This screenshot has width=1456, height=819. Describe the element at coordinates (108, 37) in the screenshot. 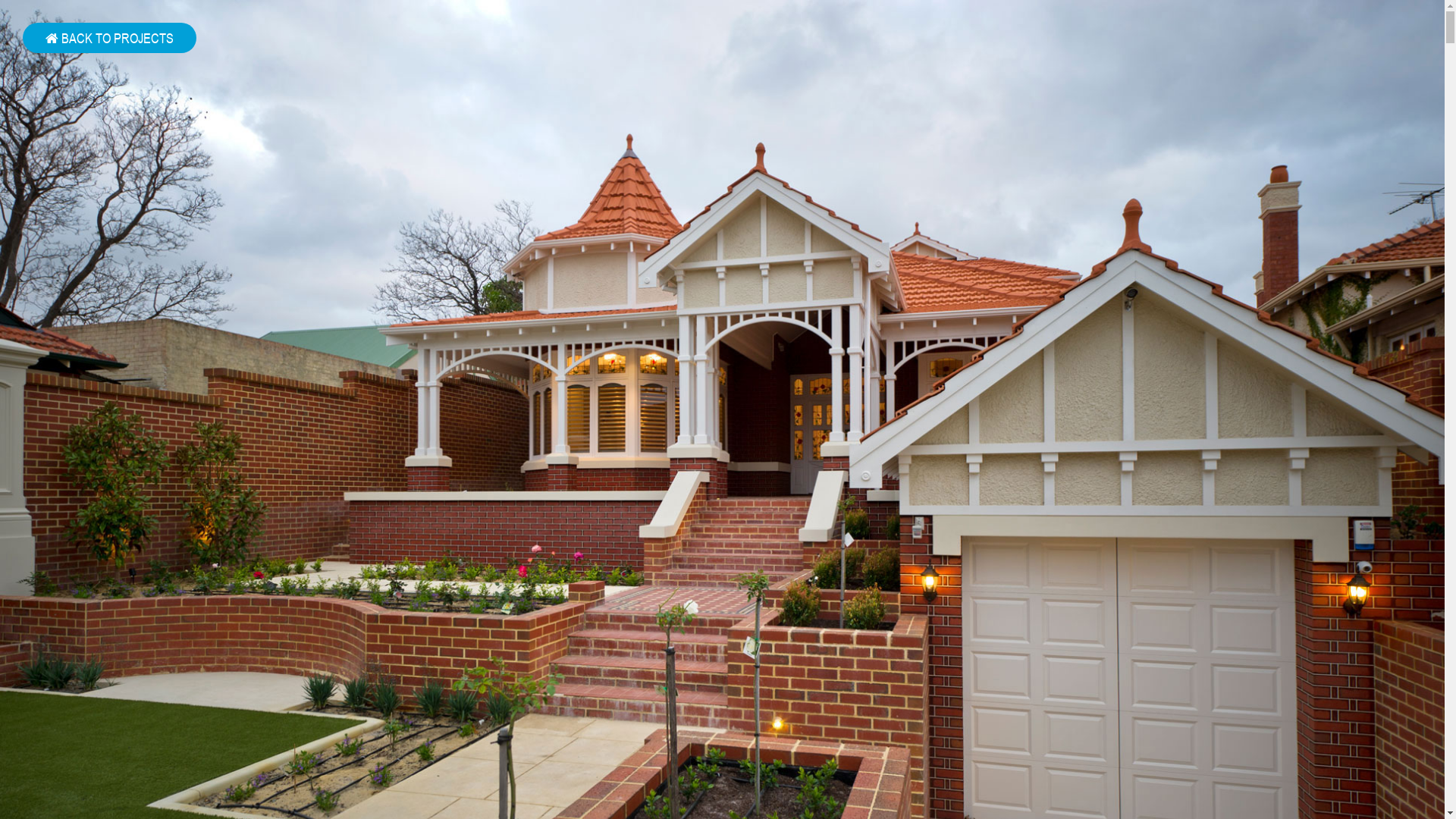

I see `'BACK TO PROJECTS'` at that location.